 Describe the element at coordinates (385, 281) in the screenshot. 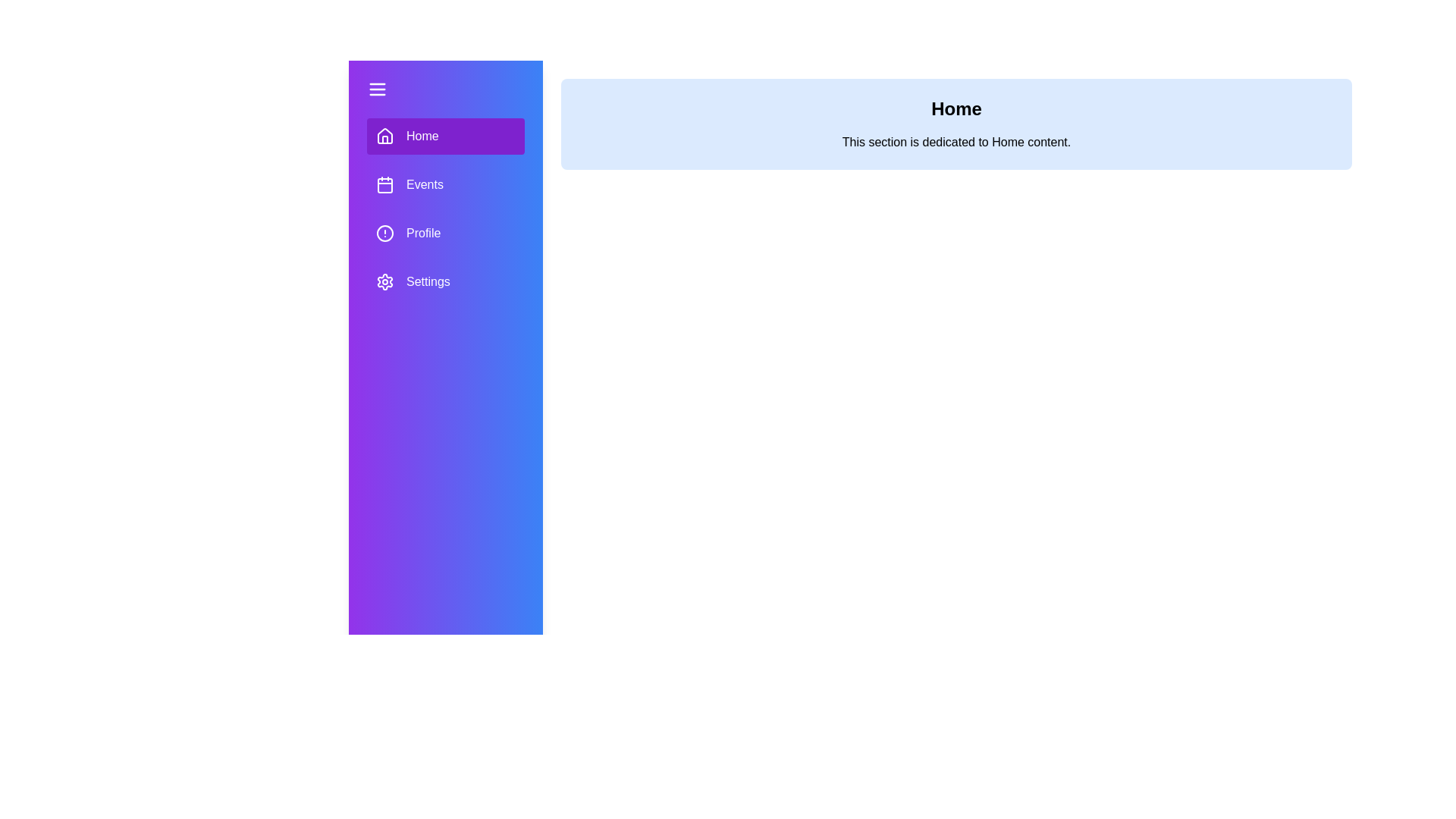

I see `the cogwheel-shaped settings icon located in the sidebar navigation panel` at that location.